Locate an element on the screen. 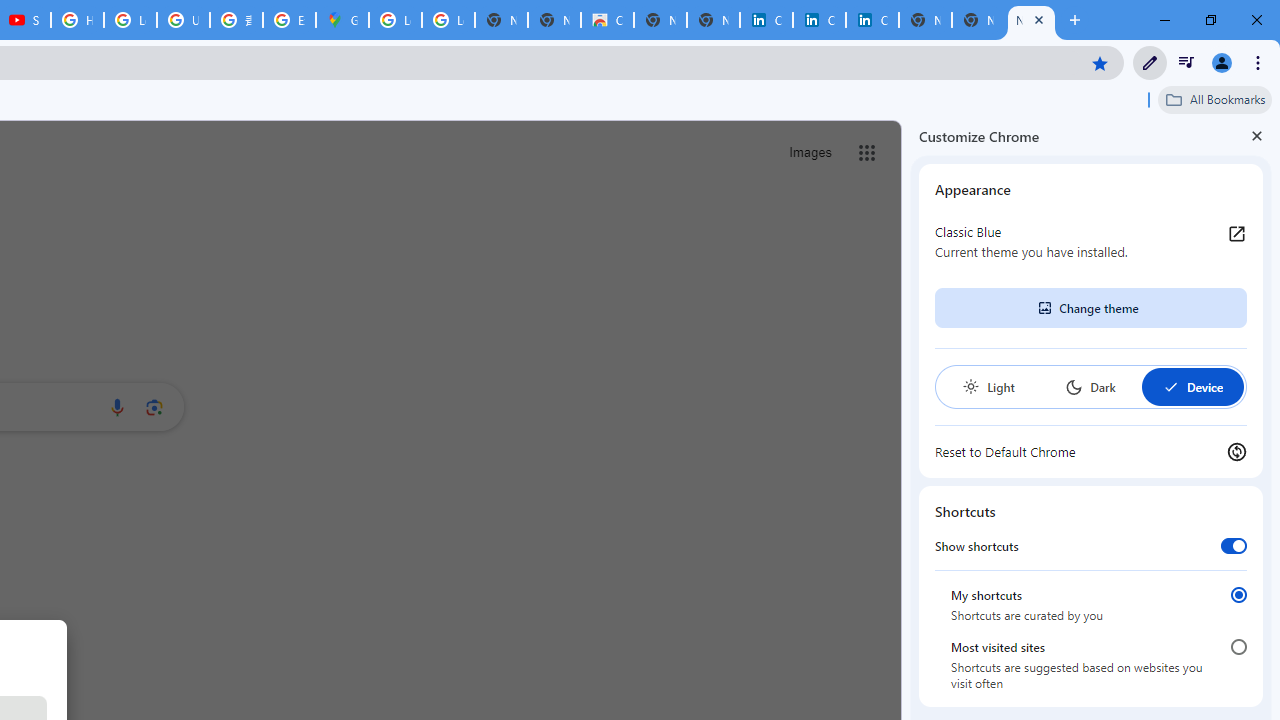  'Explore new street-level details - Google Maps Help' is located at coordinates (288, 20).